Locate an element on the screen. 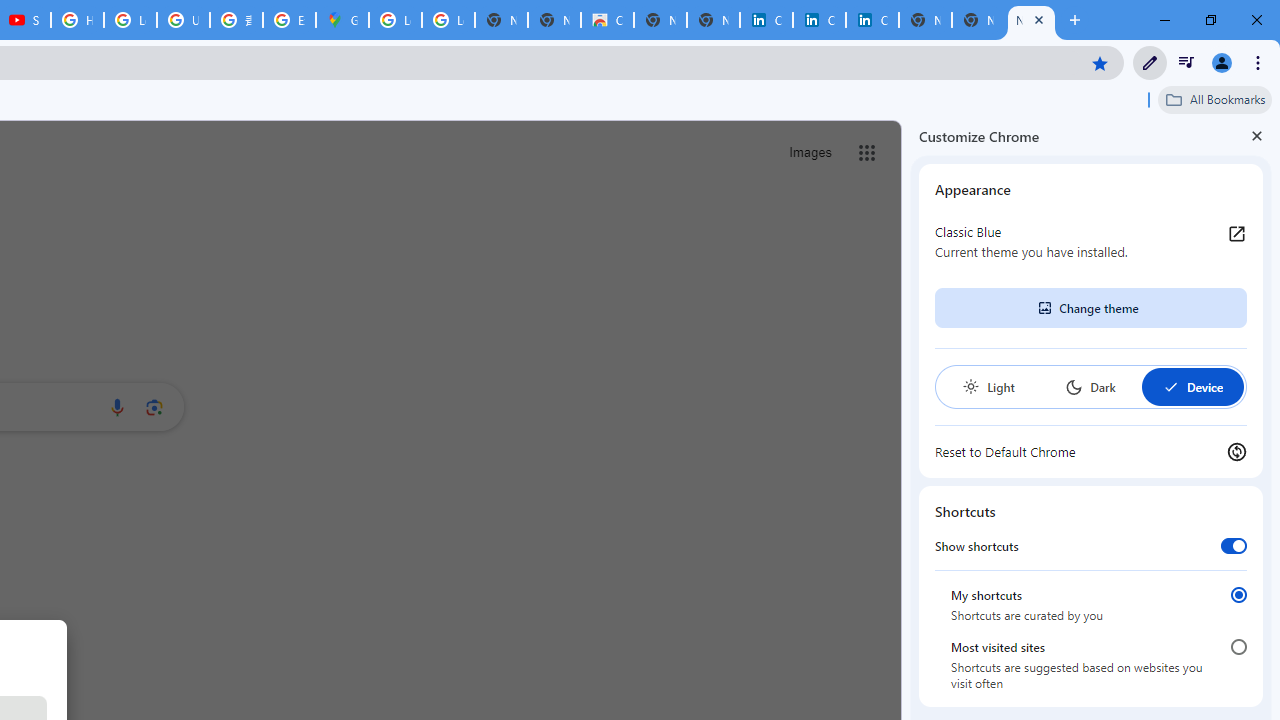  'Explore new street-level details - Google Maps Help' is located at coordinates (288, 20).